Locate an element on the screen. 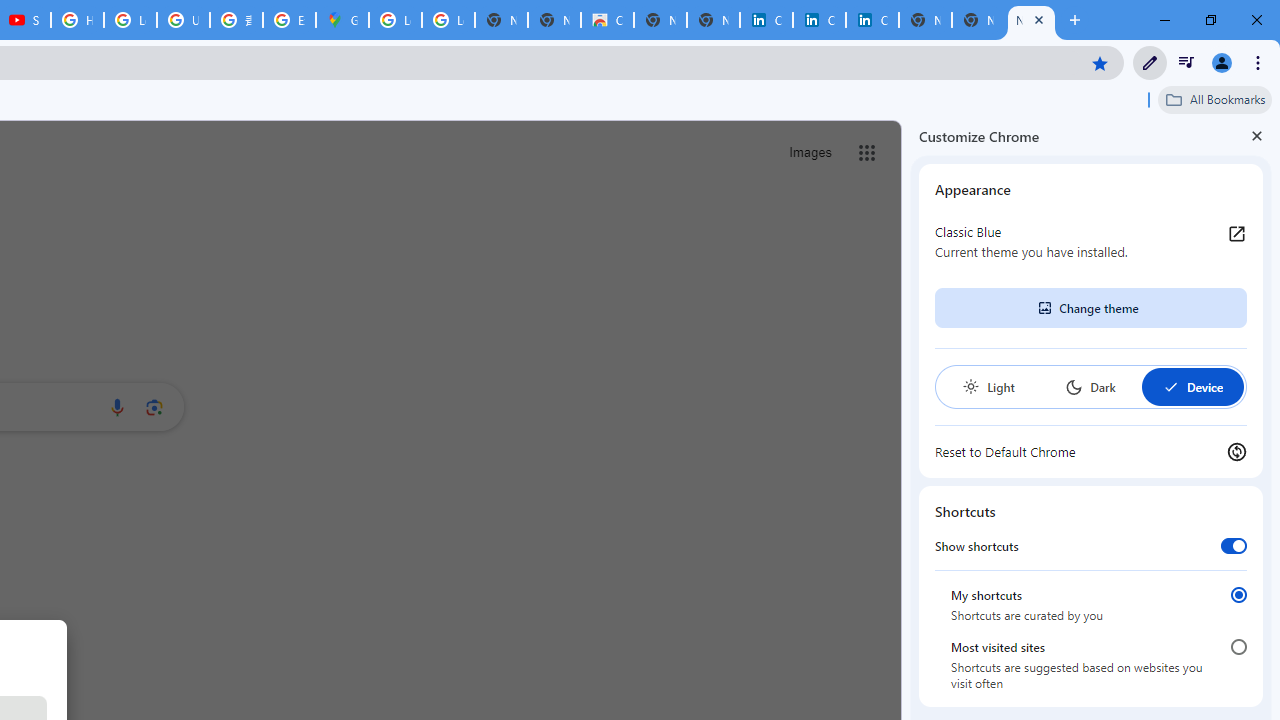  'Explore new street-level details - Google Maps Help' is located at coordinates (288, 20).